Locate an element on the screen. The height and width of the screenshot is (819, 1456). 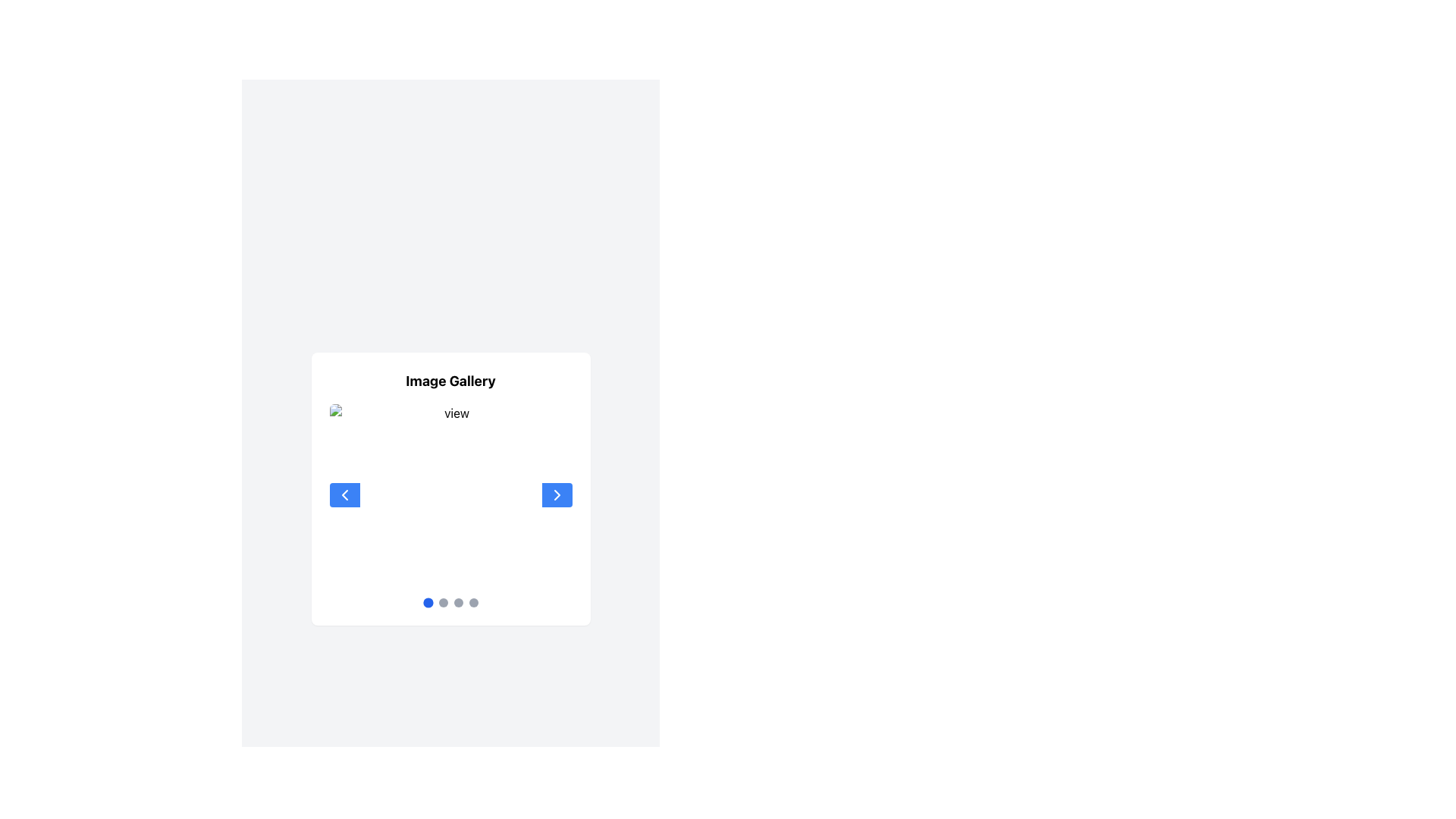
the right-facing chevron SVG icon located in the bottom right navigation button of the main content area is located at coordinates (556, 494).